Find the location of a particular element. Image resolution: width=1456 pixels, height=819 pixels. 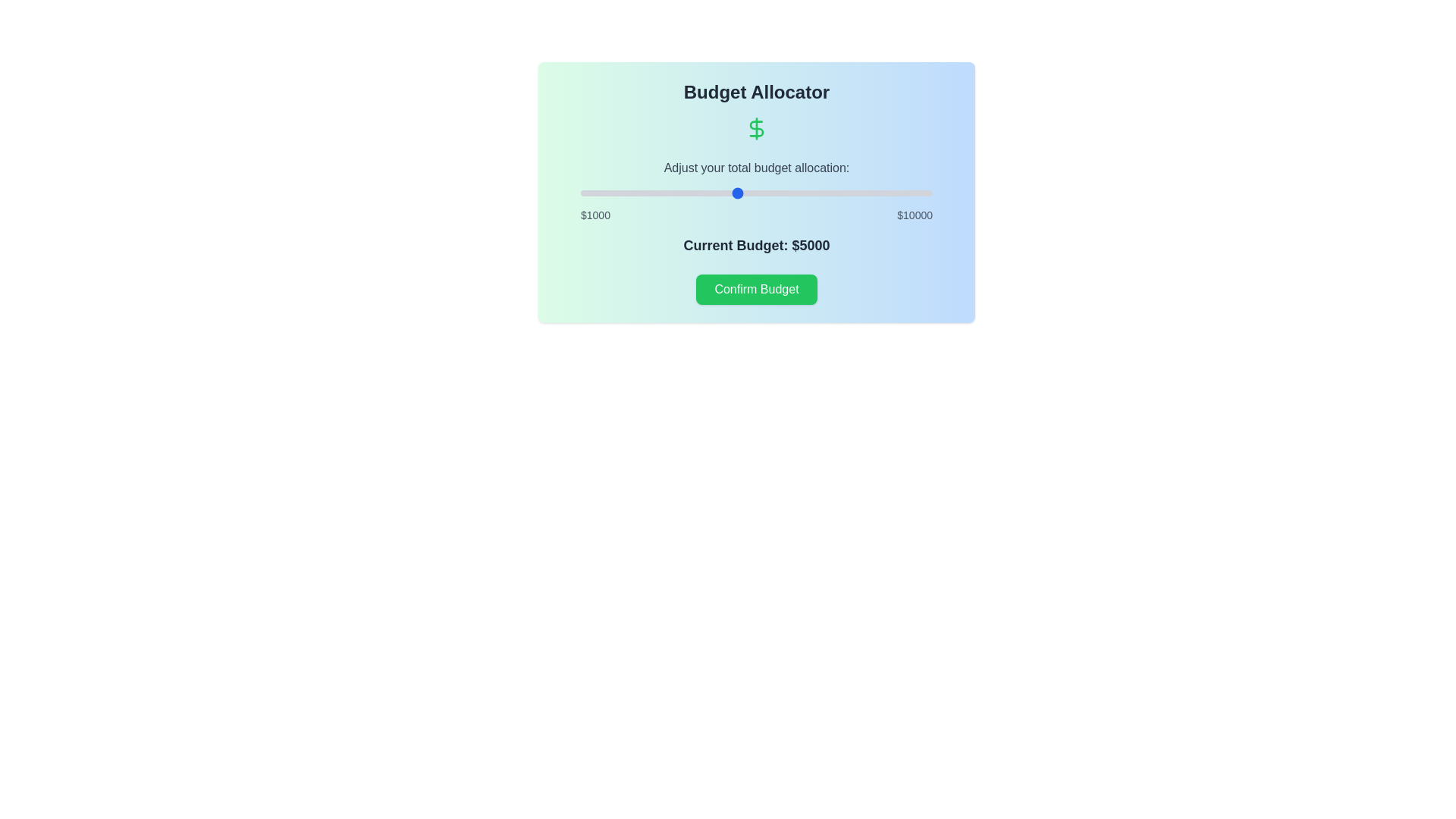

the budget slider to set the budget to 7292 dollars is located at coordinates (826, 192).